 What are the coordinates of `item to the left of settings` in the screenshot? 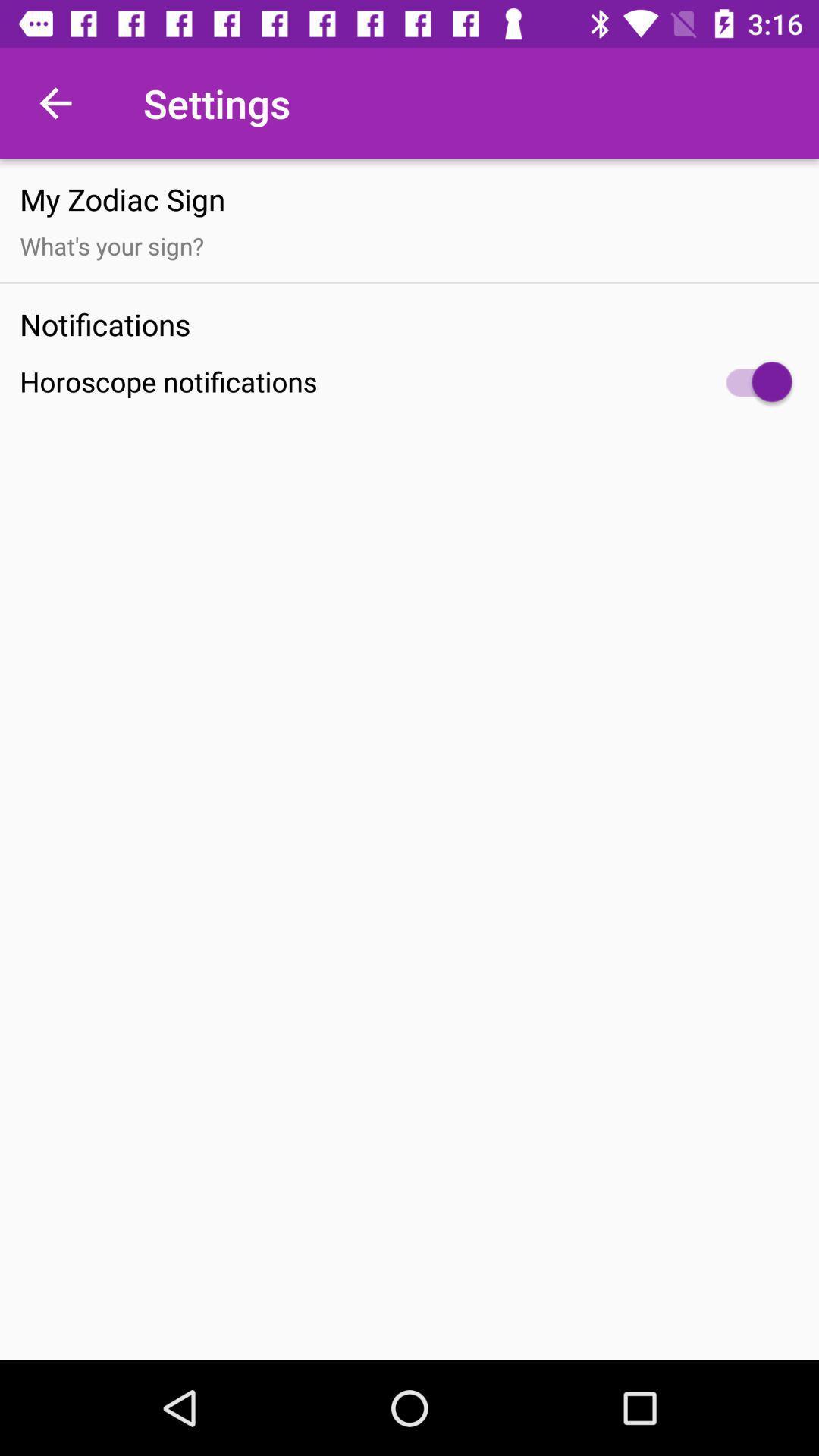 It's located at (55, 102).